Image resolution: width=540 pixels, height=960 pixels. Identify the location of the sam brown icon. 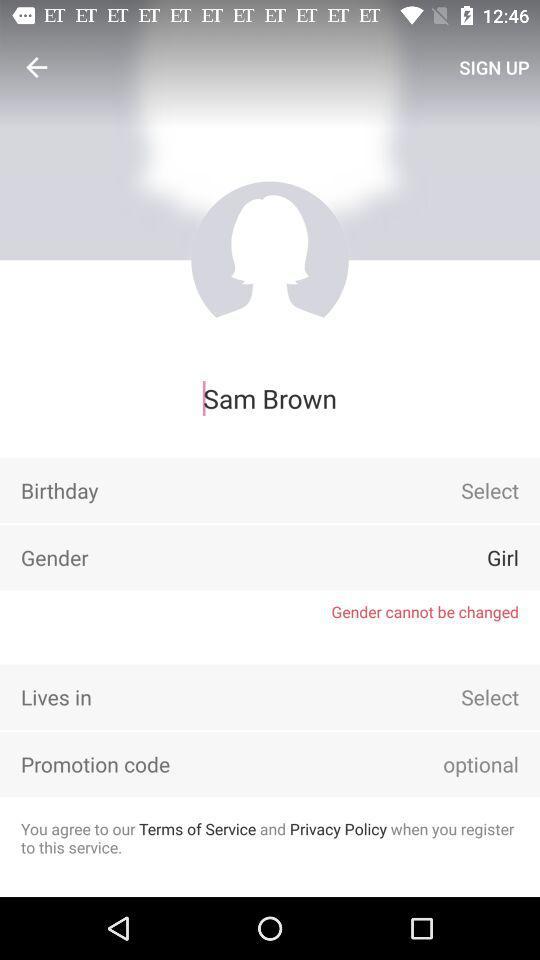
(270, 397).